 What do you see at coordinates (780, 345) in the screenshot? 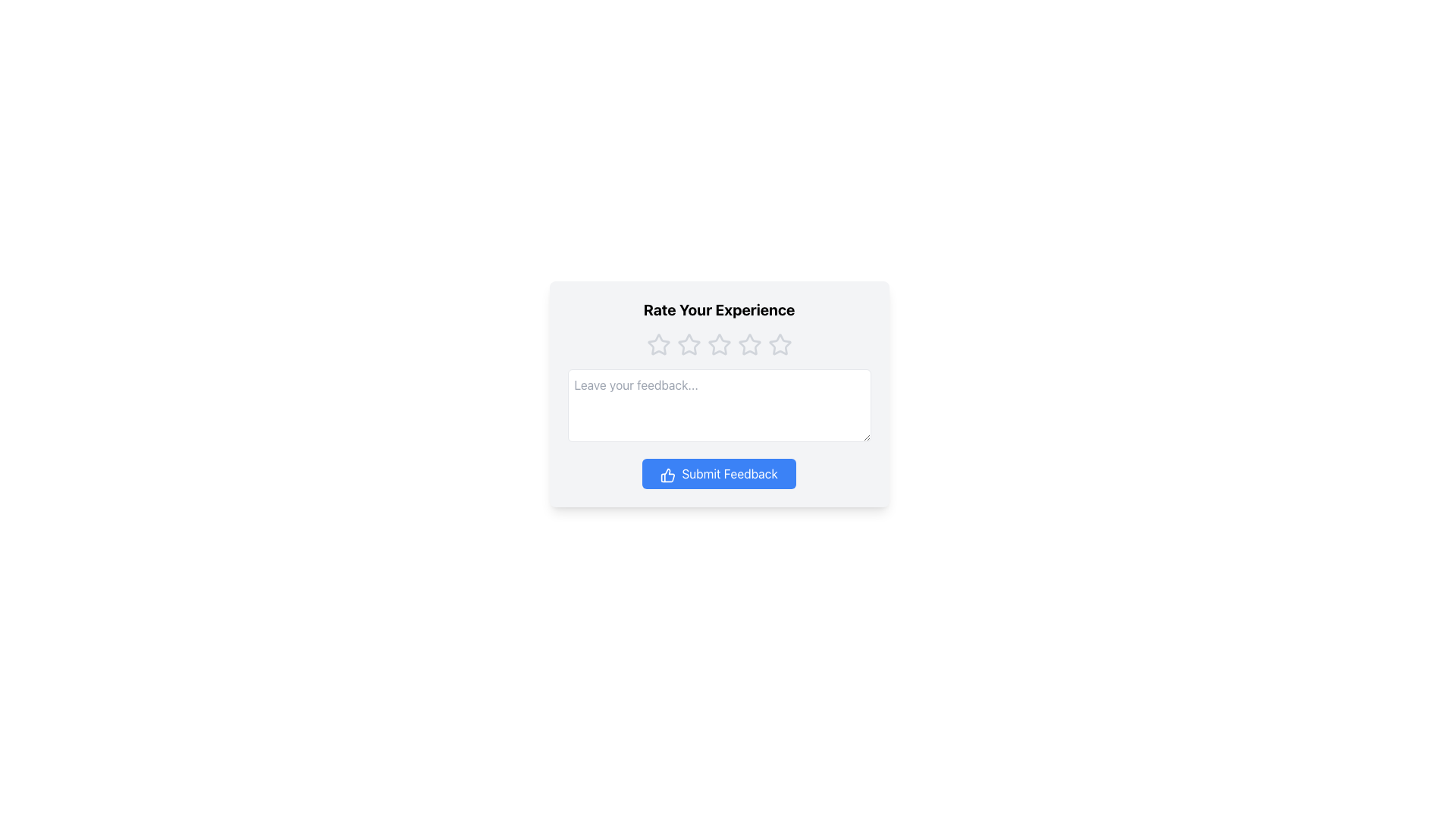
I see `the fifth star in the row of five stars for rating in the feedback card to rate your experience` at bounding box center [780, 345].